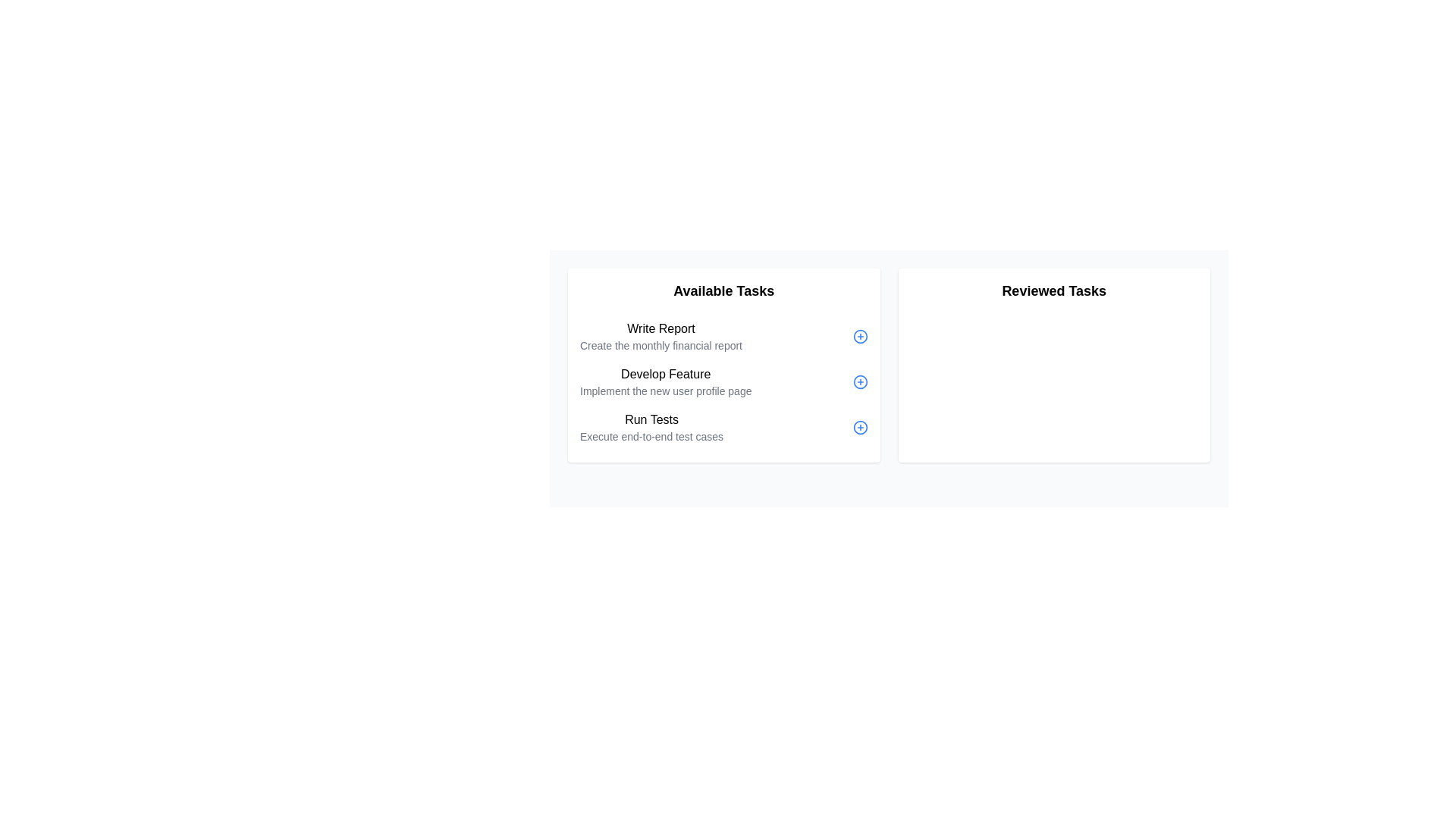 This screenshot has height=819, width=1456. Describe the element at coordinates (723, 427) in the screenshot. I see `the third task item entry under the 'Available Tasks' section` at that location.